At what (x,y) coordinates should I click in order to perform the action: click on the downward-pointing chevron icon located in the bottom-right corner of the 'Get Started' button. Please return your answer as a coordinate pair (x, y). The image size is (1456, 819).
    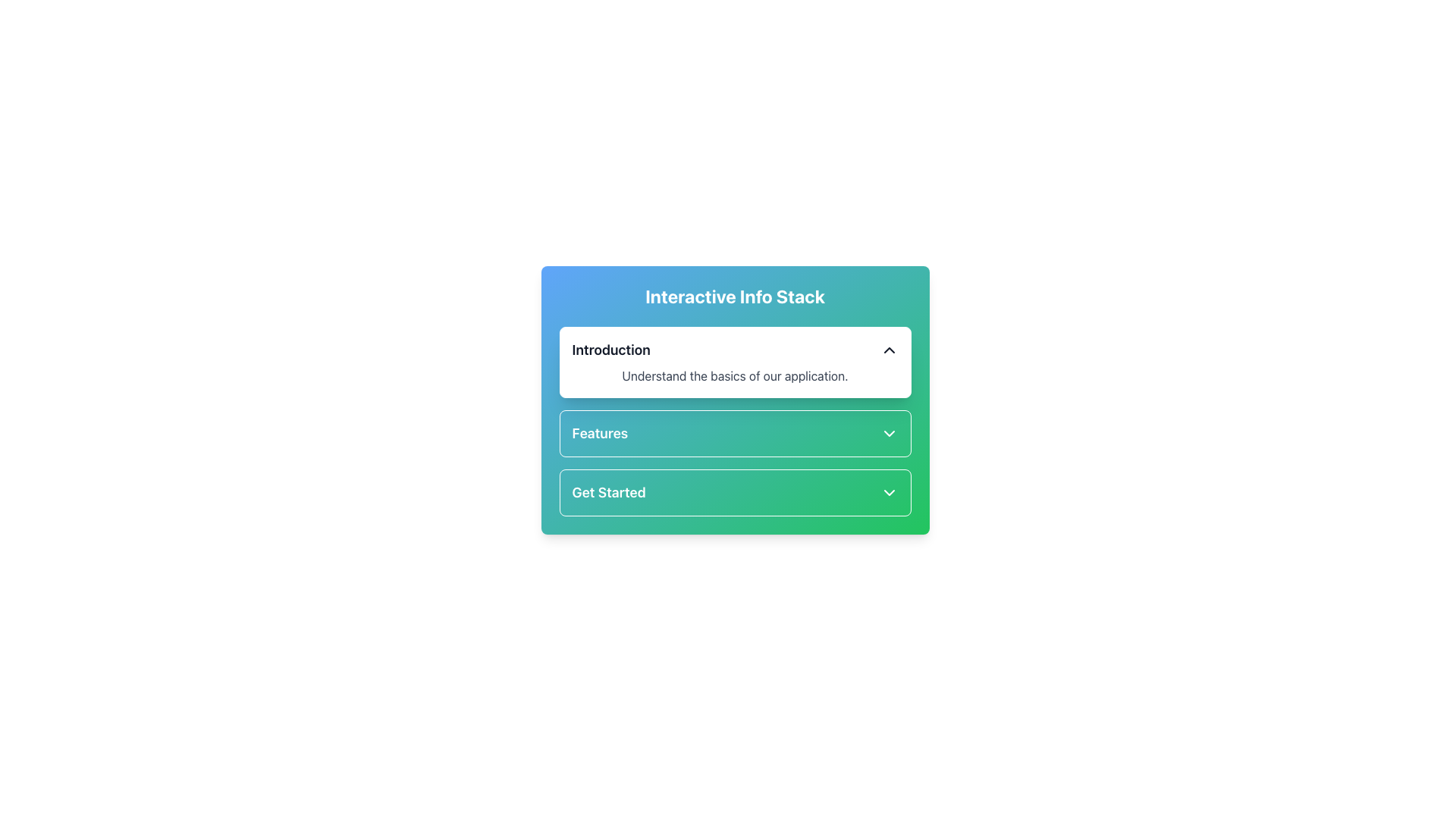
    Looking at the image, I should click on (889, 493).